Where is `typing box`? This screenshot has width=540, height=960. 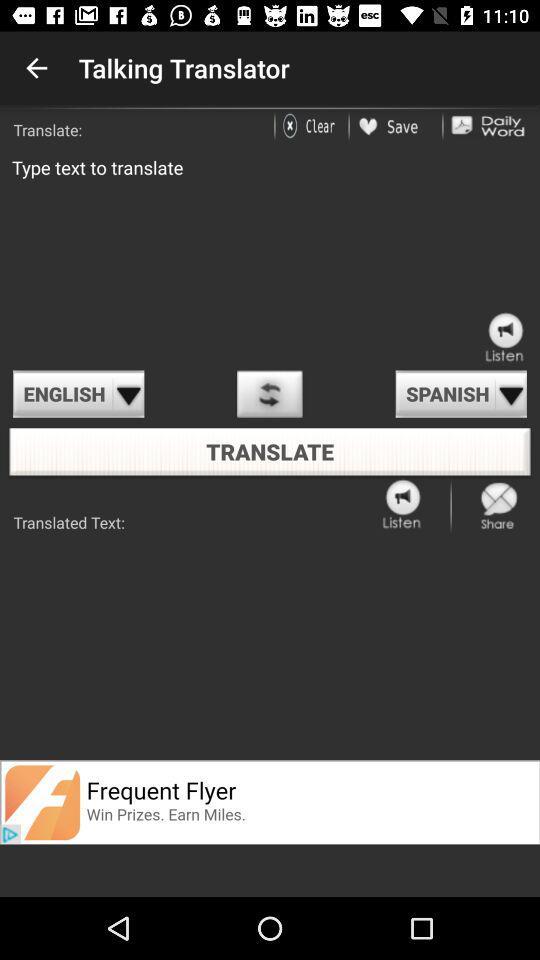 typing box is located at coordinates (270, 253).